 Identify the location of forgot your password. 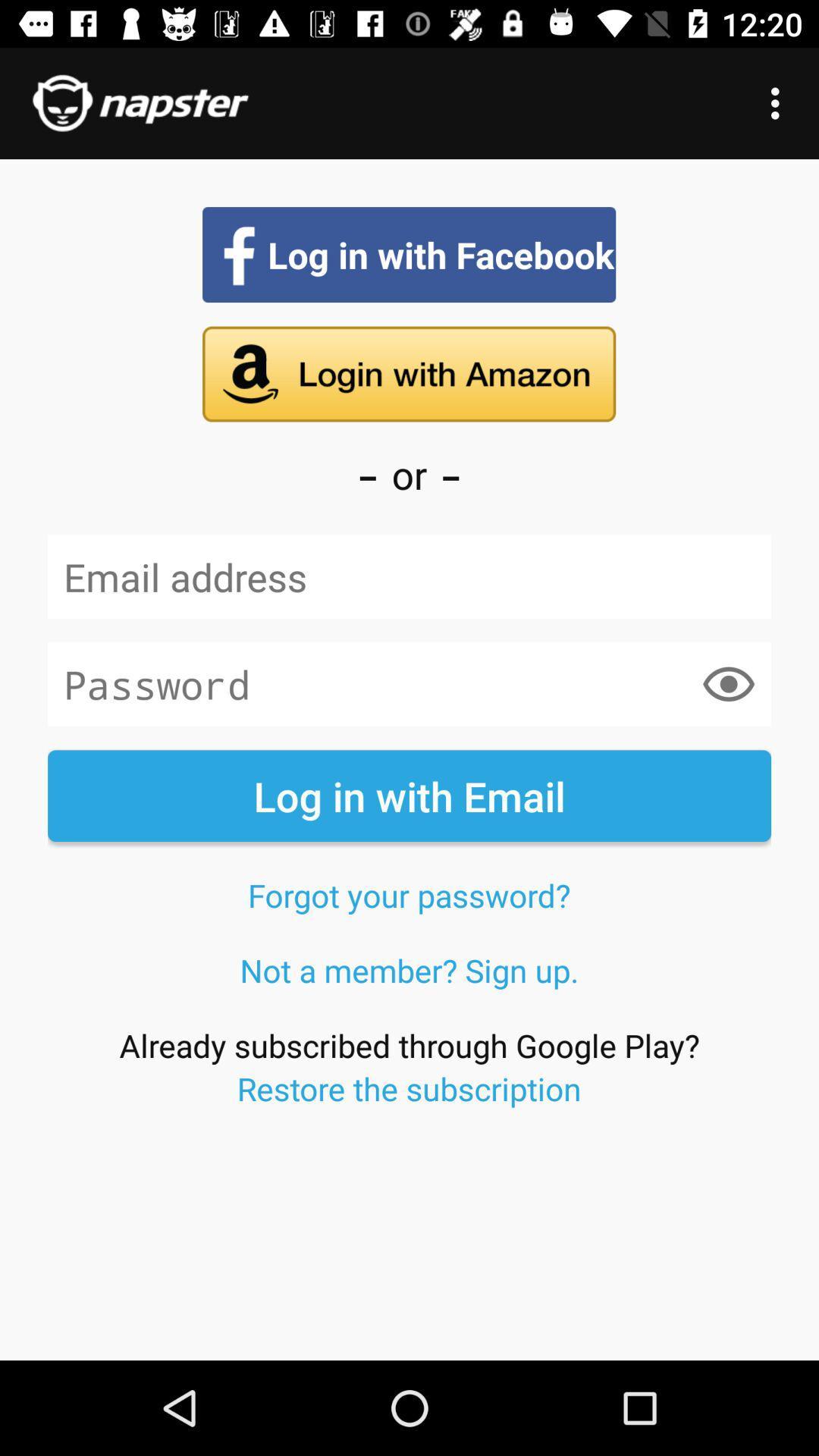
(408, 895).